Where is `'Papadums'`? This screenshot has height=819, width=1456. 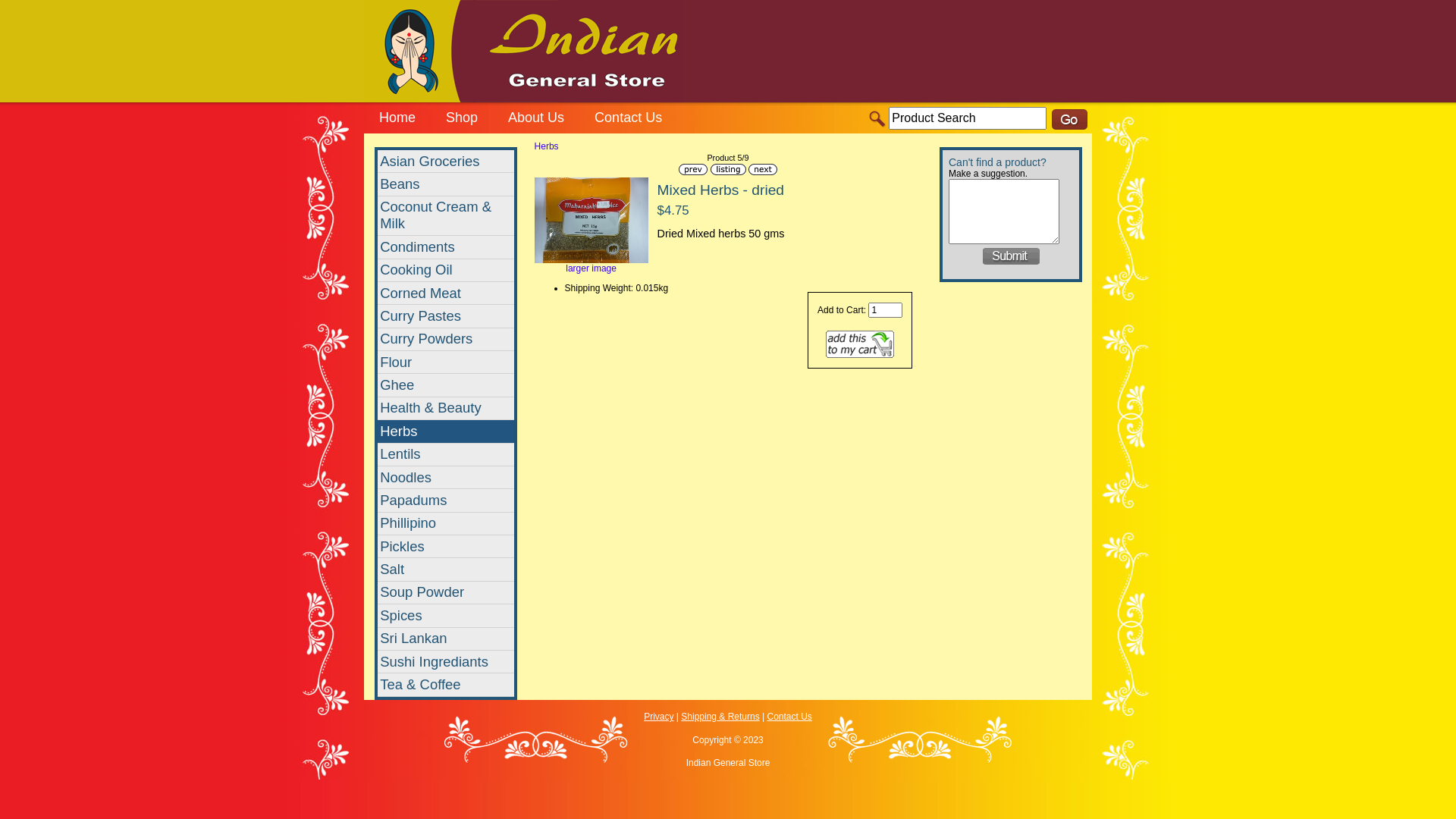 'Papadums' is located at coordinates (445, 500).